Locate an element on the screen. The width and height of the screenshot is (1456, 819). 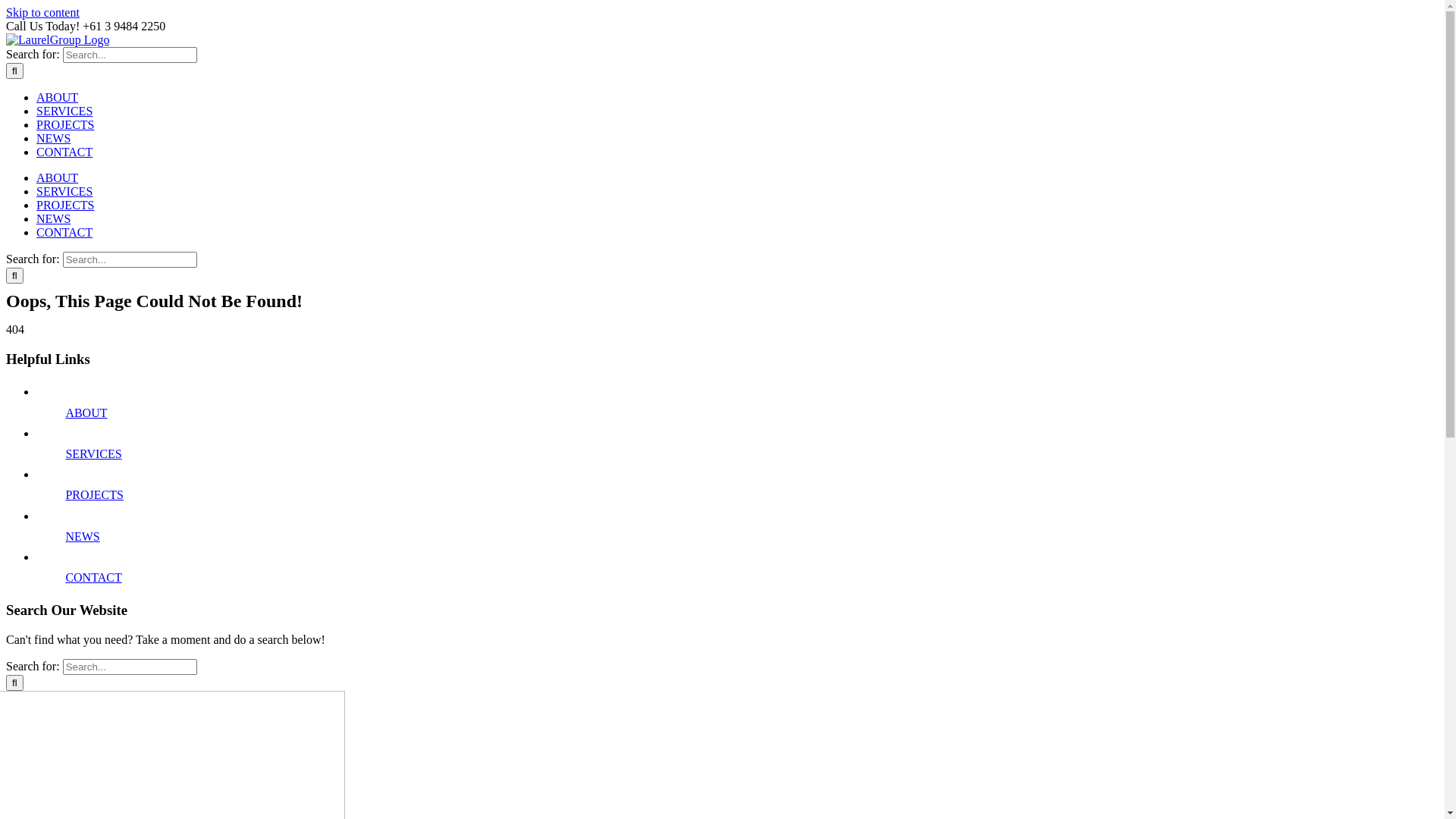
'NEWS' is located at coordinates (36, 138).